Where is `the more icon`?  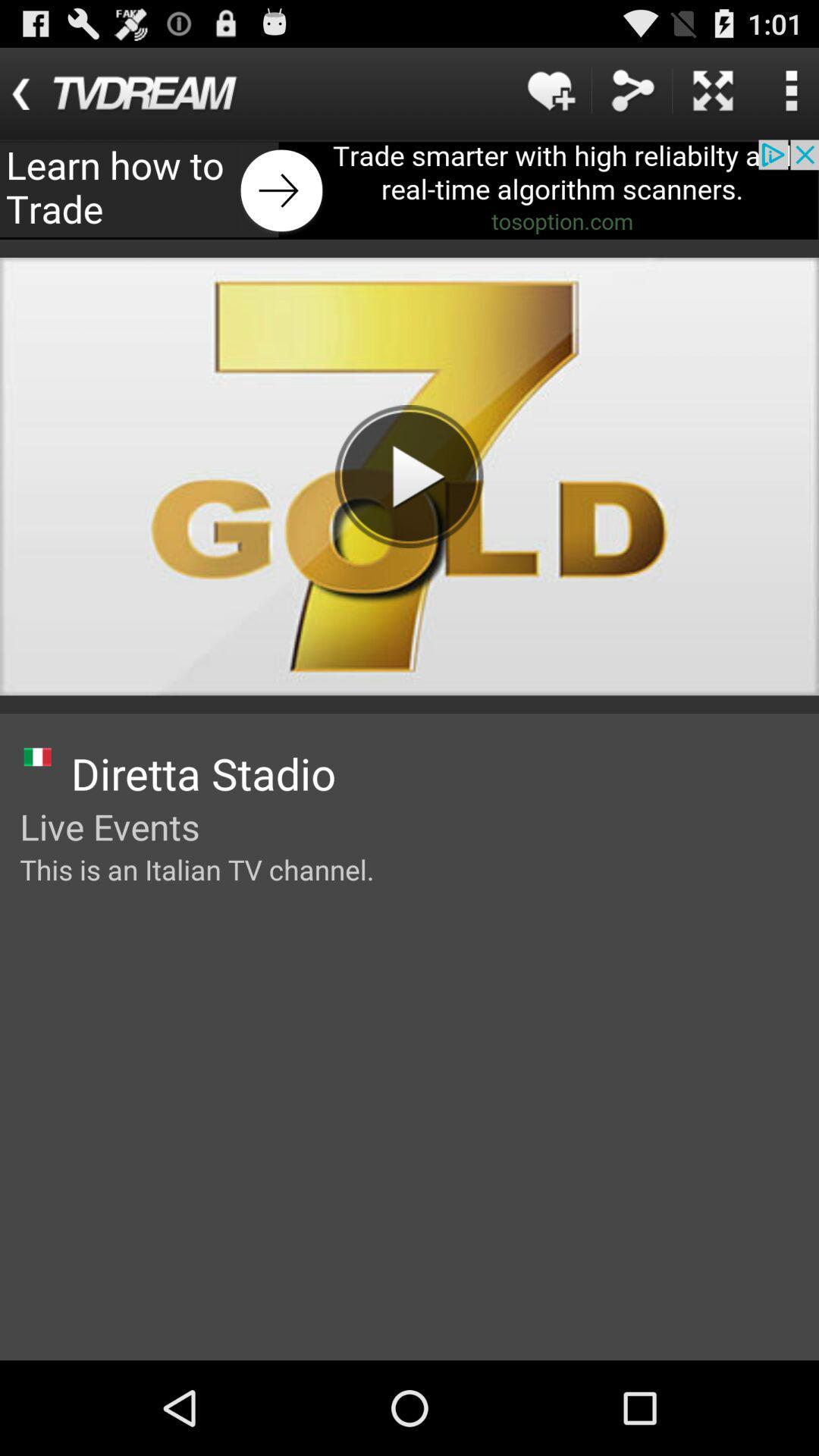 the more icon is located at coordinates (790, 96).